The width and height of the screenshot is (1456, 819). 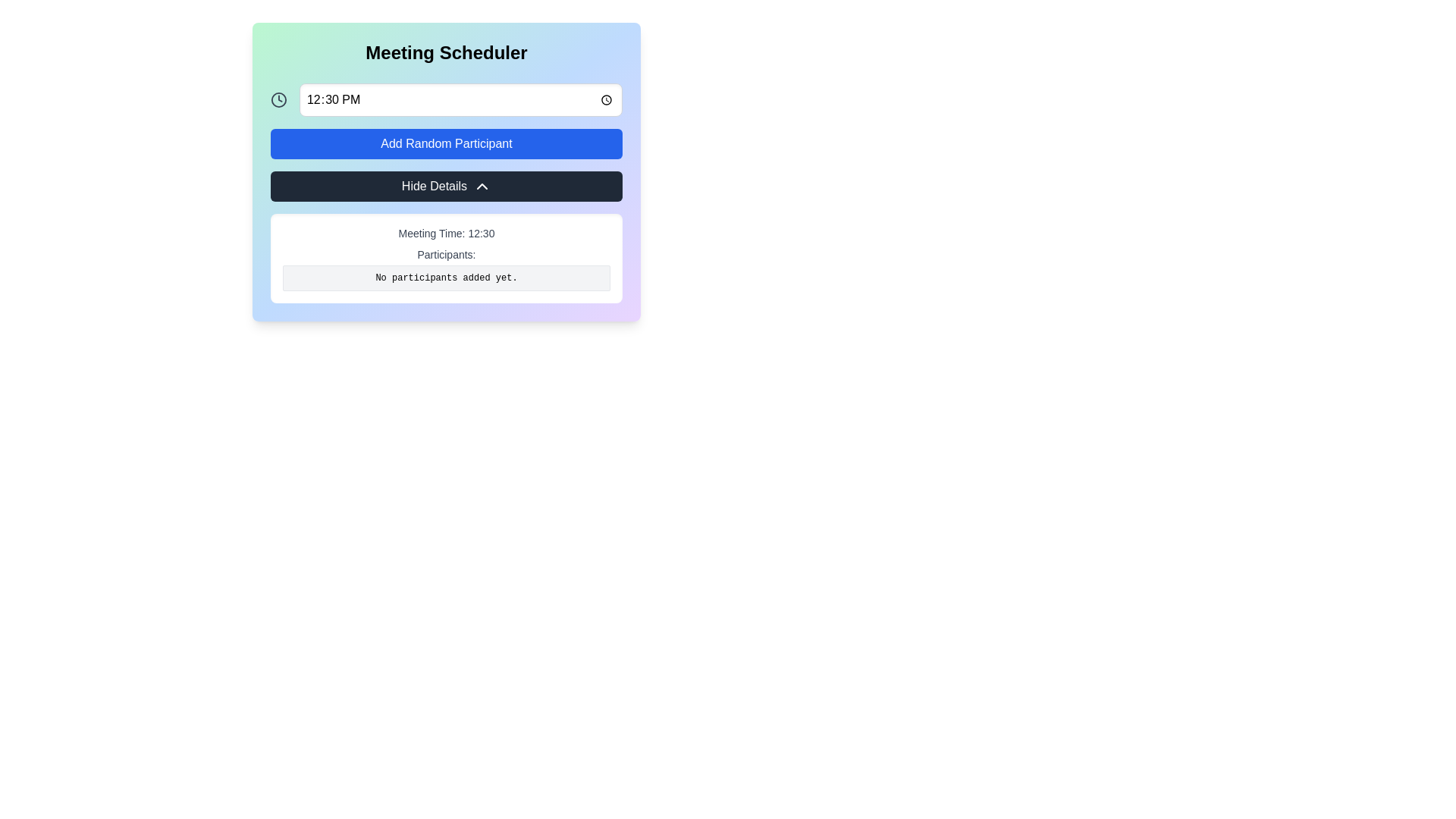 What do you see at coordinates (446, 186) in the screenshot?
I see `the third button located below the 'Add Random Participant' button` at bounding box center [446, 186].